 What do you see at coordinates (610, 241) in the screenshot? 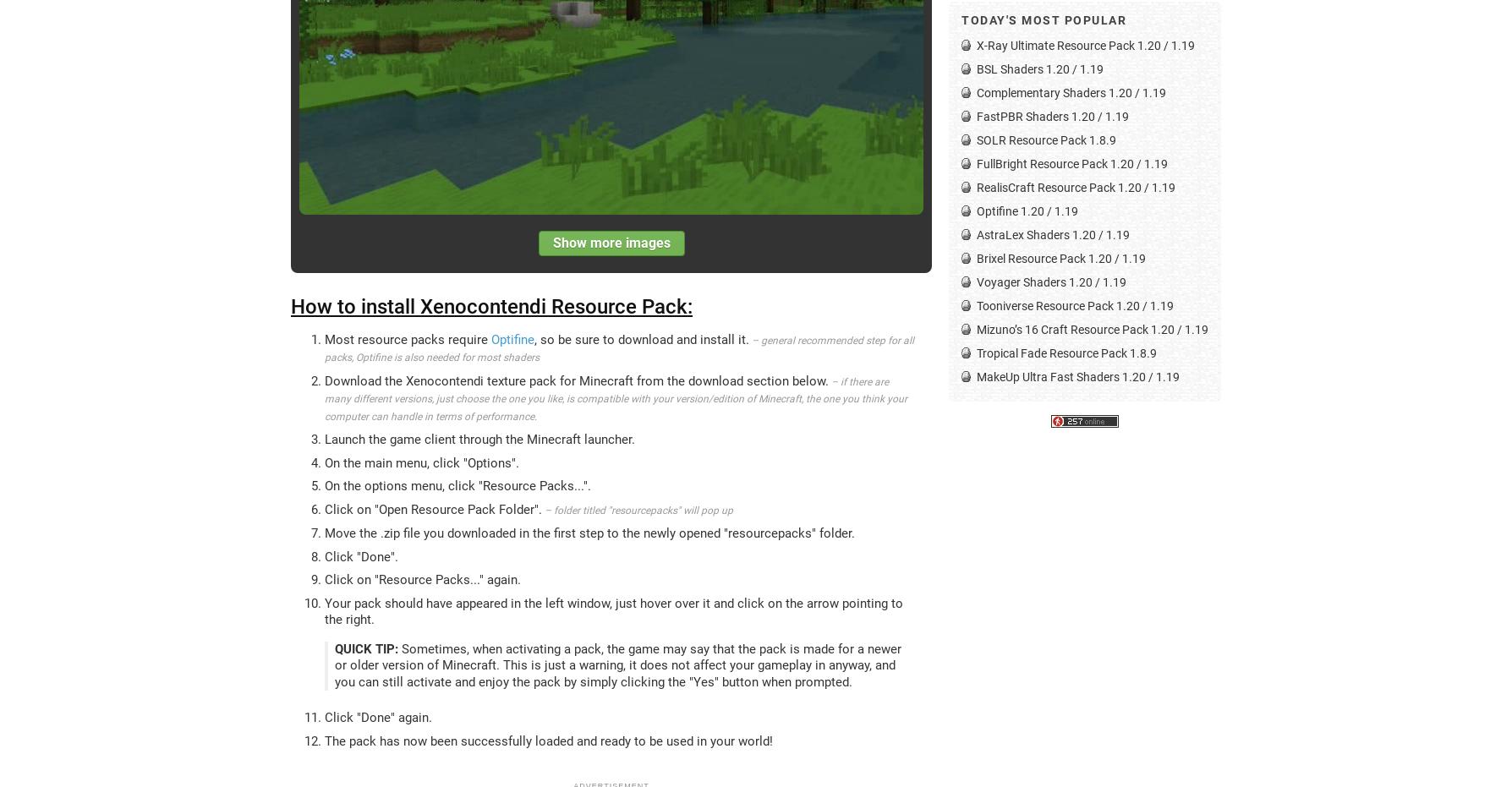
I see `'Show more images'` at bounding box center [610, 241].